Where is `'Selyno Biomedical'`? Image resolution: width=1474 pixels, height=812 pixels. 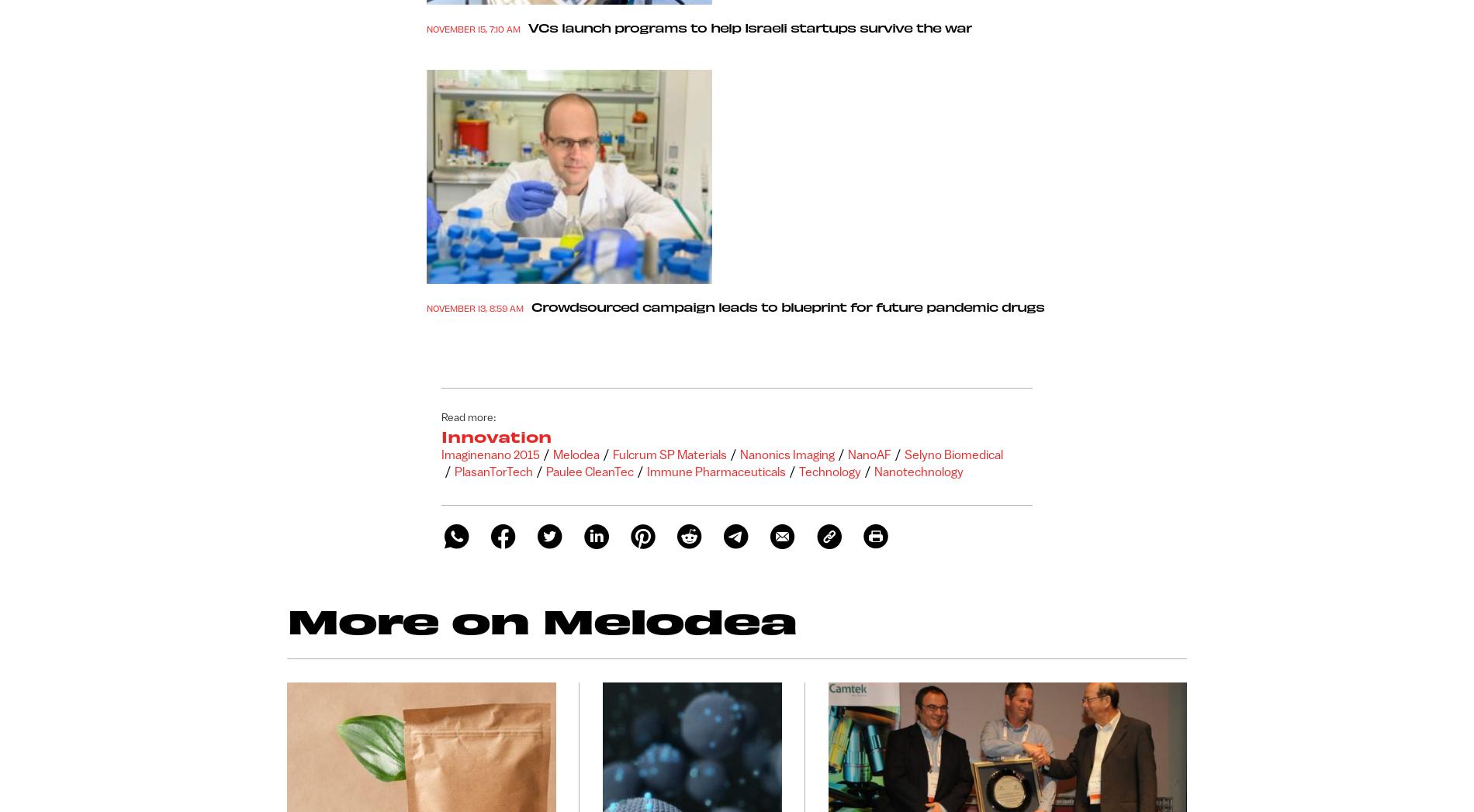 'Selyno Biomedical' is located at coordinates (953, 454).